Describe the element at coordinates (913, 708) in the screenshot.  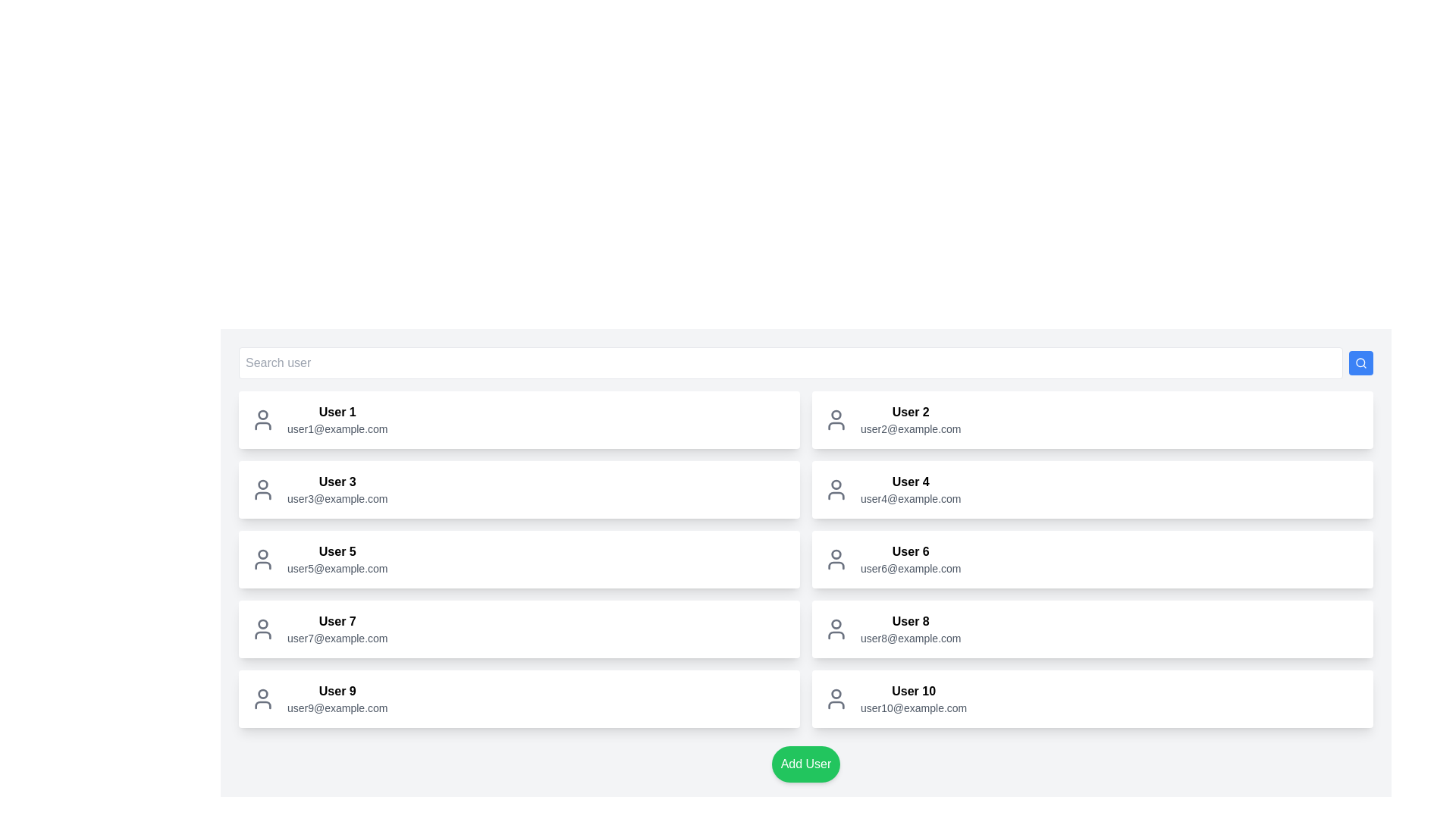
I see `the static text displaying 'user10@example.com', which is styled in gray and located beneath the bold 'User 10' text in the last item of a vertical list` at that location.